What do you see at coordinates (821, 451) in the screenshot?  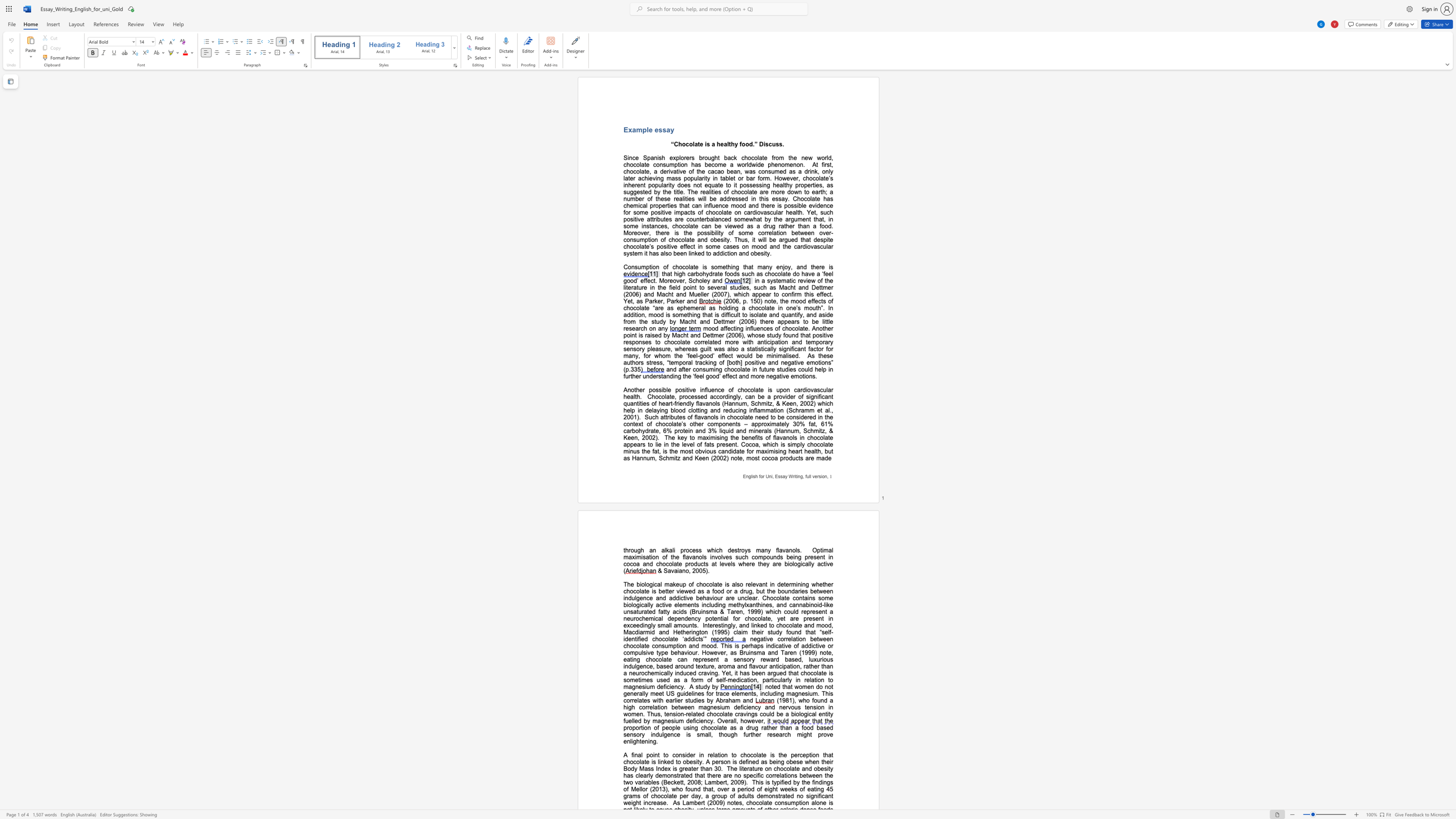 I see `the subset text ", but as" within the text "The key to maximising the benefits of flavanols in chocolate appears to lie in the level of fats present. Cocoa, which is simply chocolate minus the fat, is the most obvious candidate for maximising heart health, but as Hannum, Schmitz and Keen (2002) note, most cocoa products are made"` at bounding box center [821, 451].